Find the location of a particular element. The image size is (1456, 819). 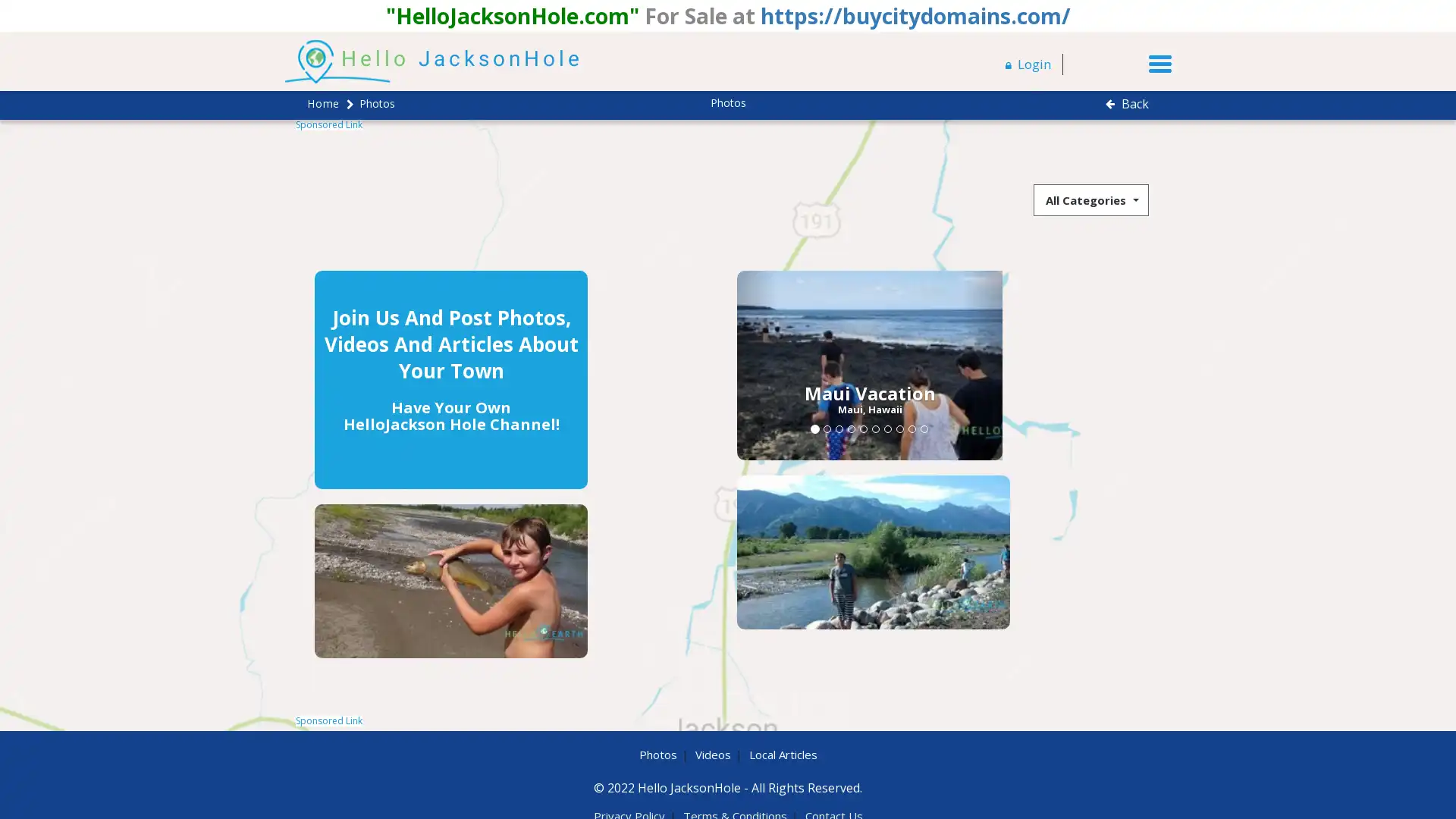

All Categories is located at coordinates (1090, 198).